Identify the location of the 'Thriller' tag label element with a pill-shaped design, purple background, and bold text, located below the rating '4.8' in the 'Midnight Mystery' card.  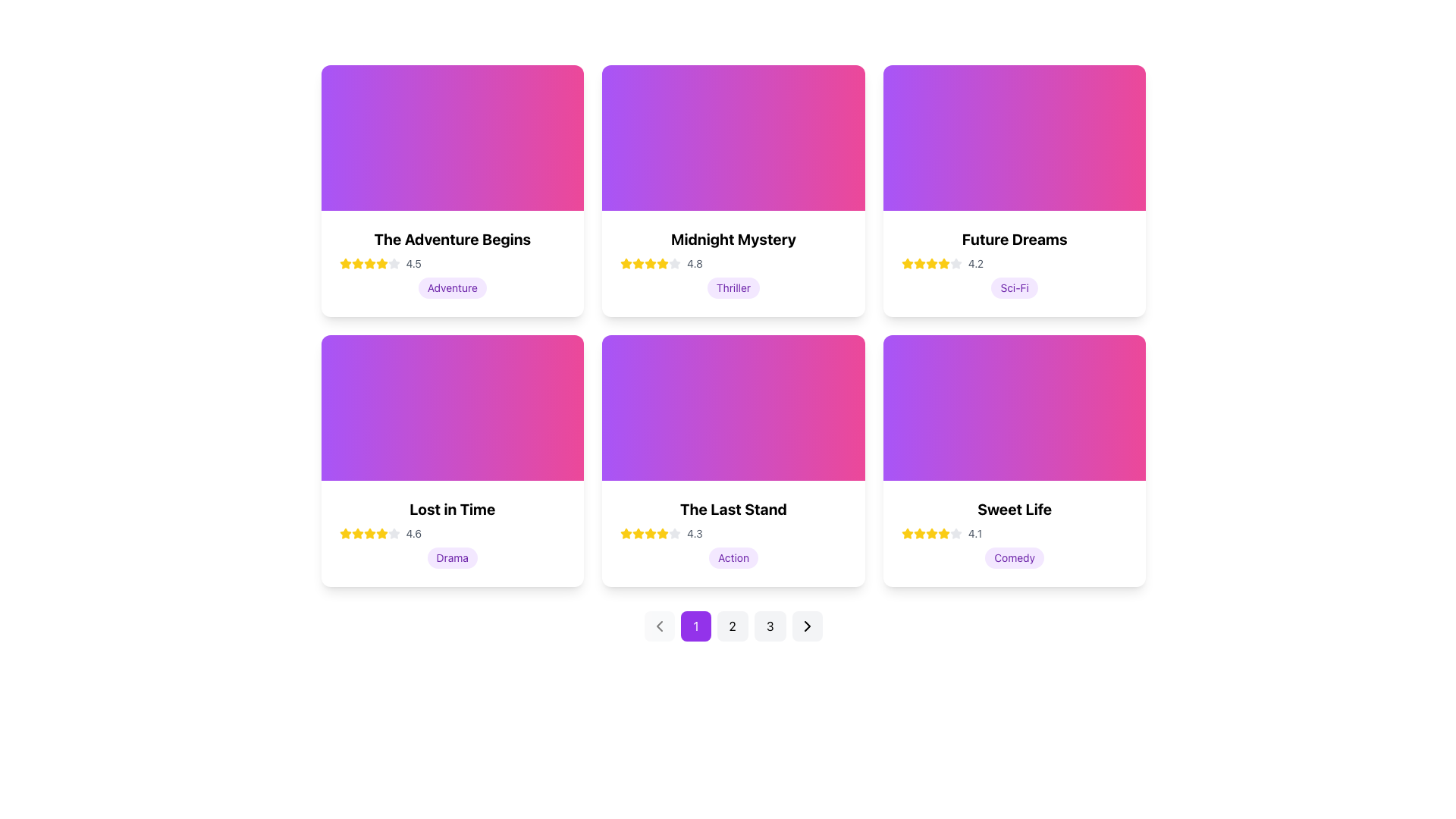
(733, 288).